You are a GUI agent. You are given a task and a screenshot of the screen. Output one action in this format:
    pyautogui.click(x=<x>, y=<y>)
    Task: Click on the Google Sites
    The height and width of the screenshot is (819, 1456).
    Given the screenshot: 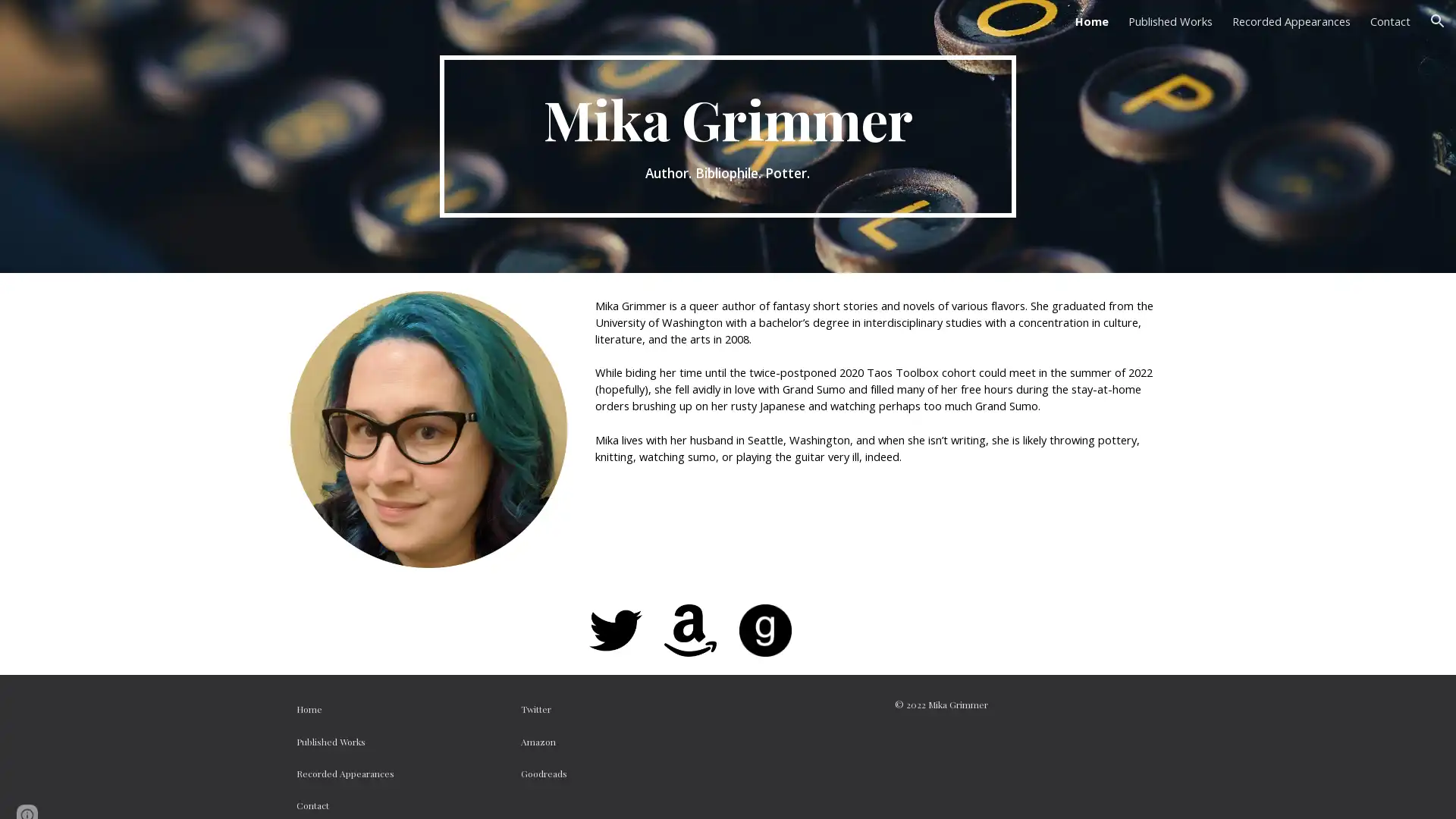 What is the action you would take?
    pyautogui.click(x=73, y=792)
    